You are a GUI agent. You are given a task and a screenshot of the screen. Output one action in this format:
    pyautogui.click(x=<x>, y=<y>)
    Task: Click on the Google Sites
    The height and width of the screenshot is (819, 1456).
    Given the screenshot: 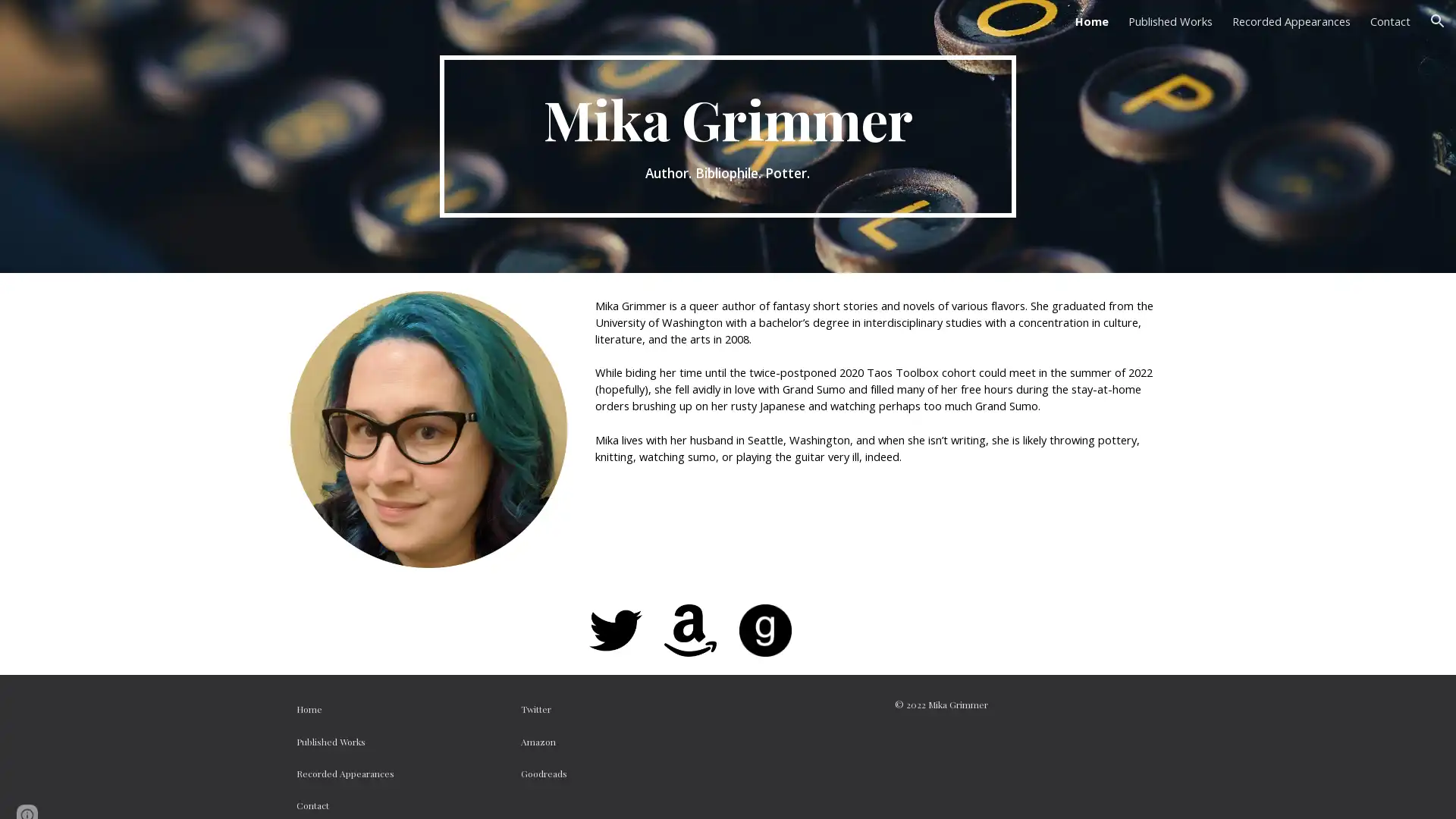 What is the action you would take?
    pyautogui.click(x=73, y=792)
    